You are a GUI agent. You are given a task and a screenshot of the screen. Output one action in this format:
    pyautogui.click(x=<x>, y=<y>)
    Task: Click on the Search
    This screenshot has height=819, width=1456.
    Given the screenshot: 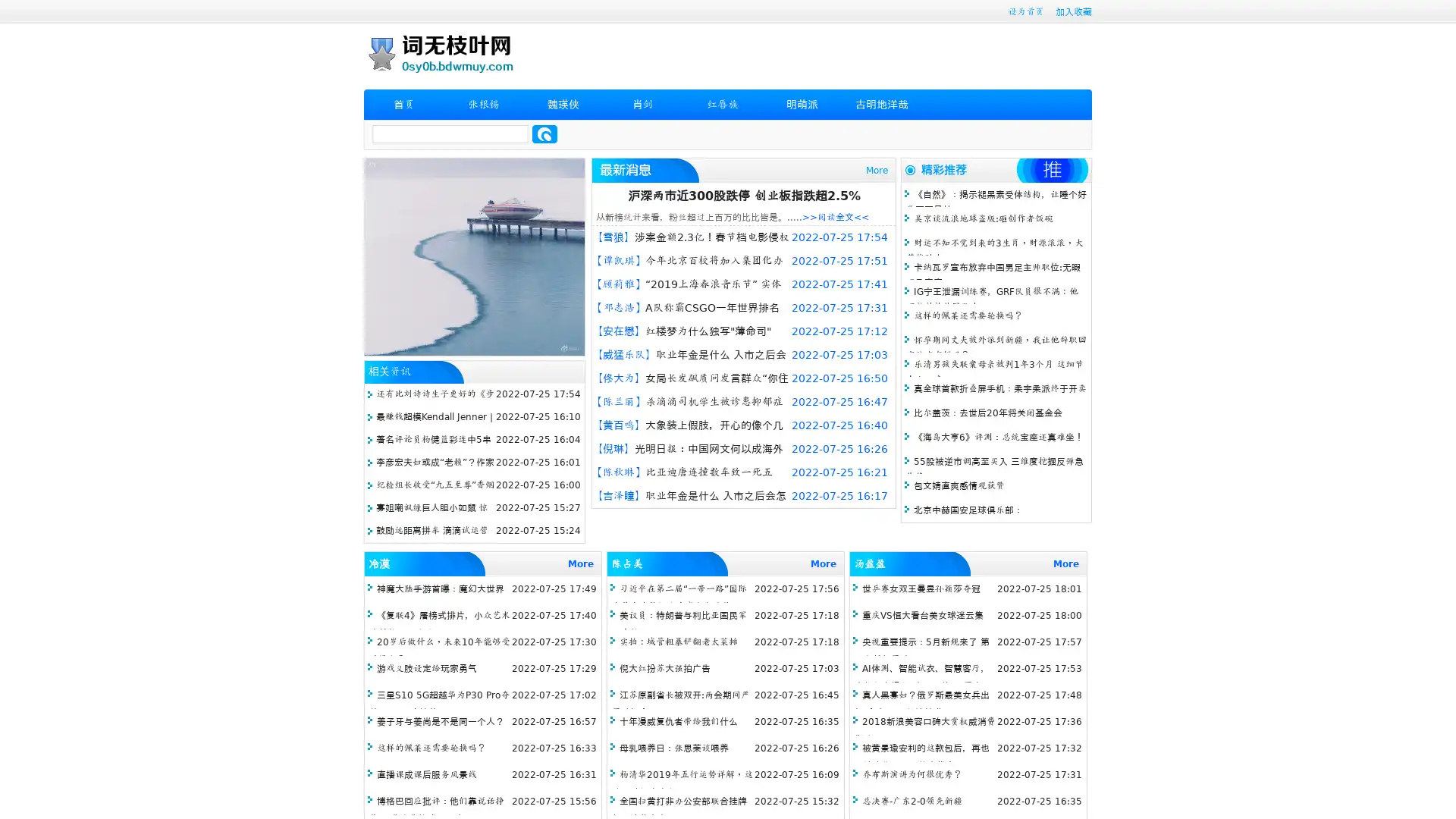 What is the action you would take?
    pyautogui.click(x=544, y=133)
    